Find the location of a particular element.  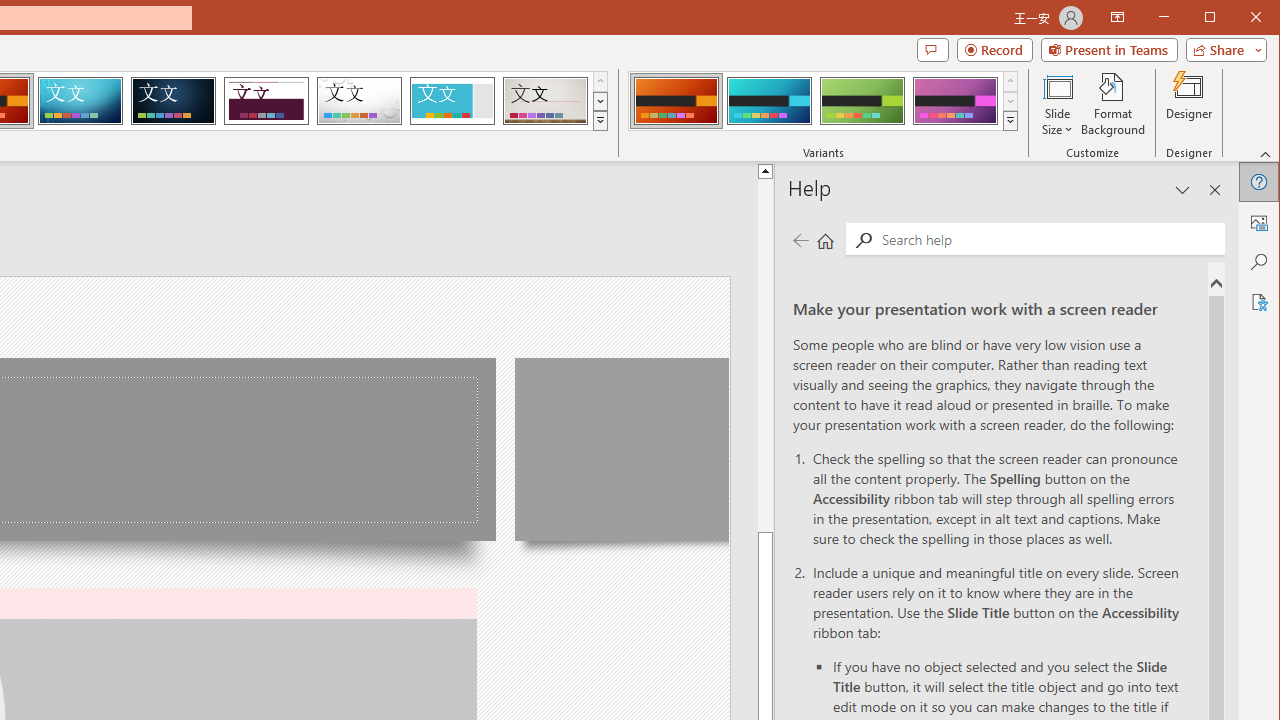

'Frame' is located at coordinates (451, 100).